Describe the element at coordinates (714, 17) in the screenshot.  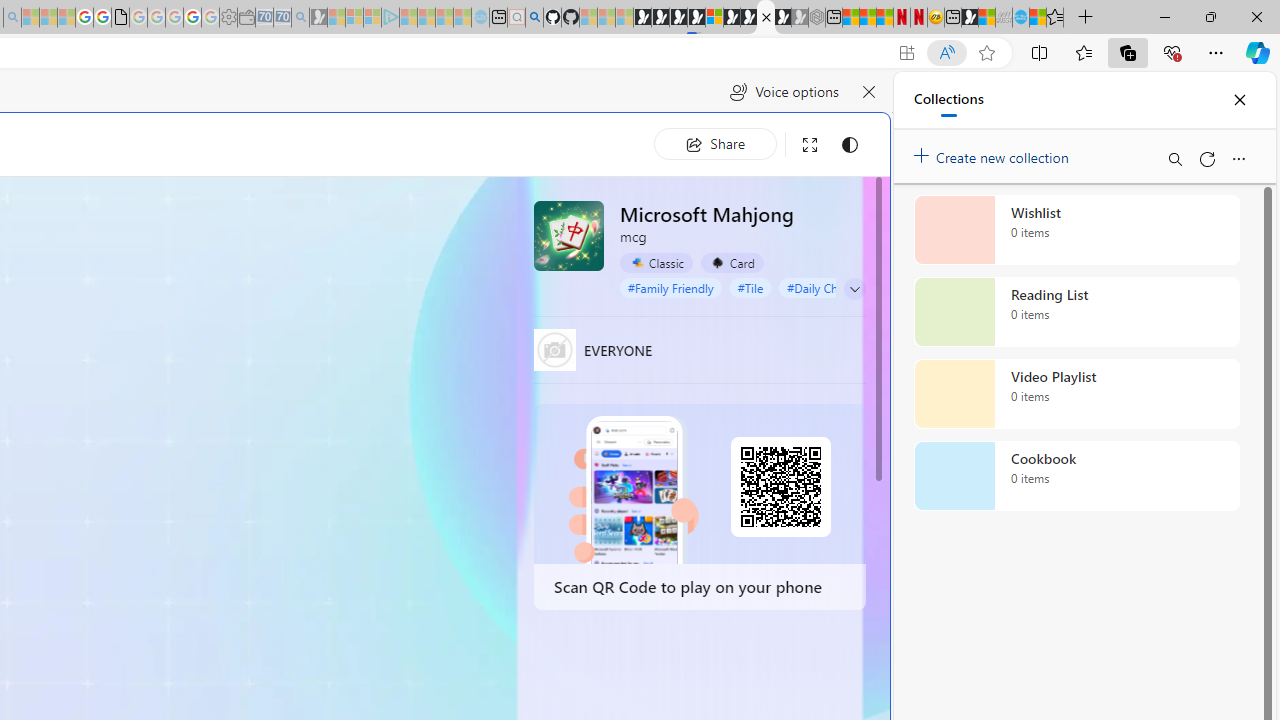
I see `'Sign in to your account'` at that location.